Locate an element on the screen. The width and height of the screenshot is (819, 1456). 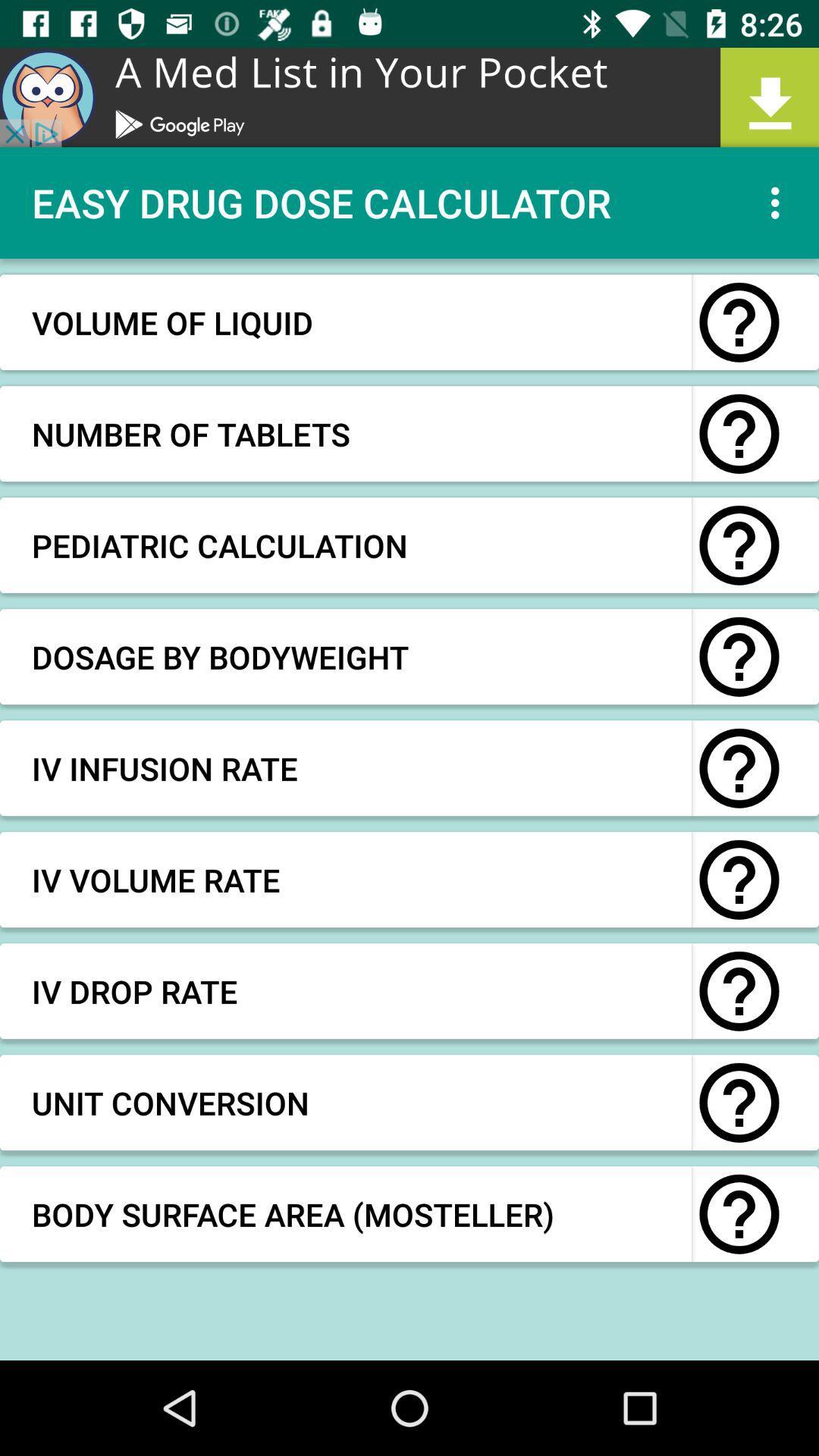
question option is located at coordinates (739, 433).